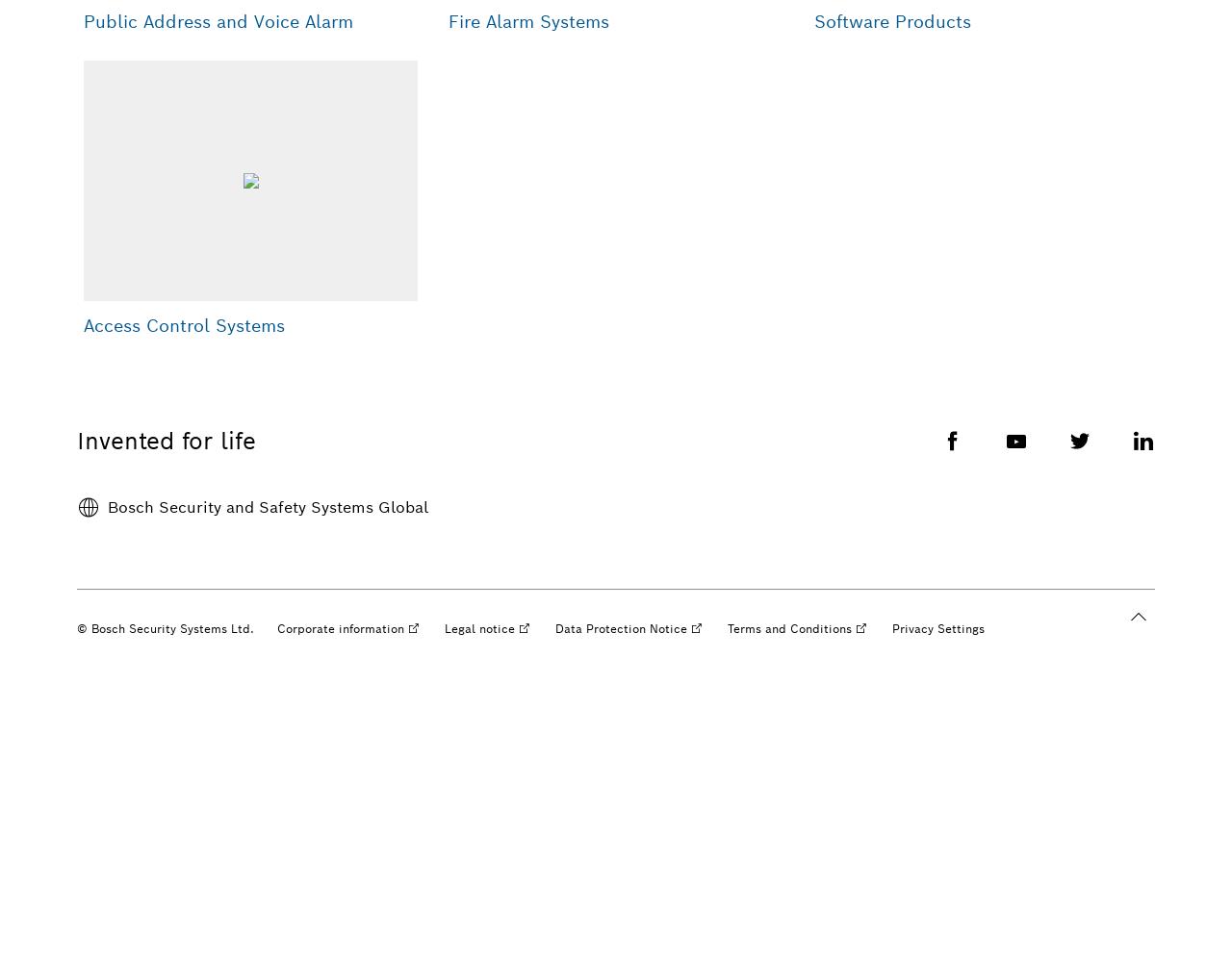  I want to click on 'Corporate information', so click(341, 628).